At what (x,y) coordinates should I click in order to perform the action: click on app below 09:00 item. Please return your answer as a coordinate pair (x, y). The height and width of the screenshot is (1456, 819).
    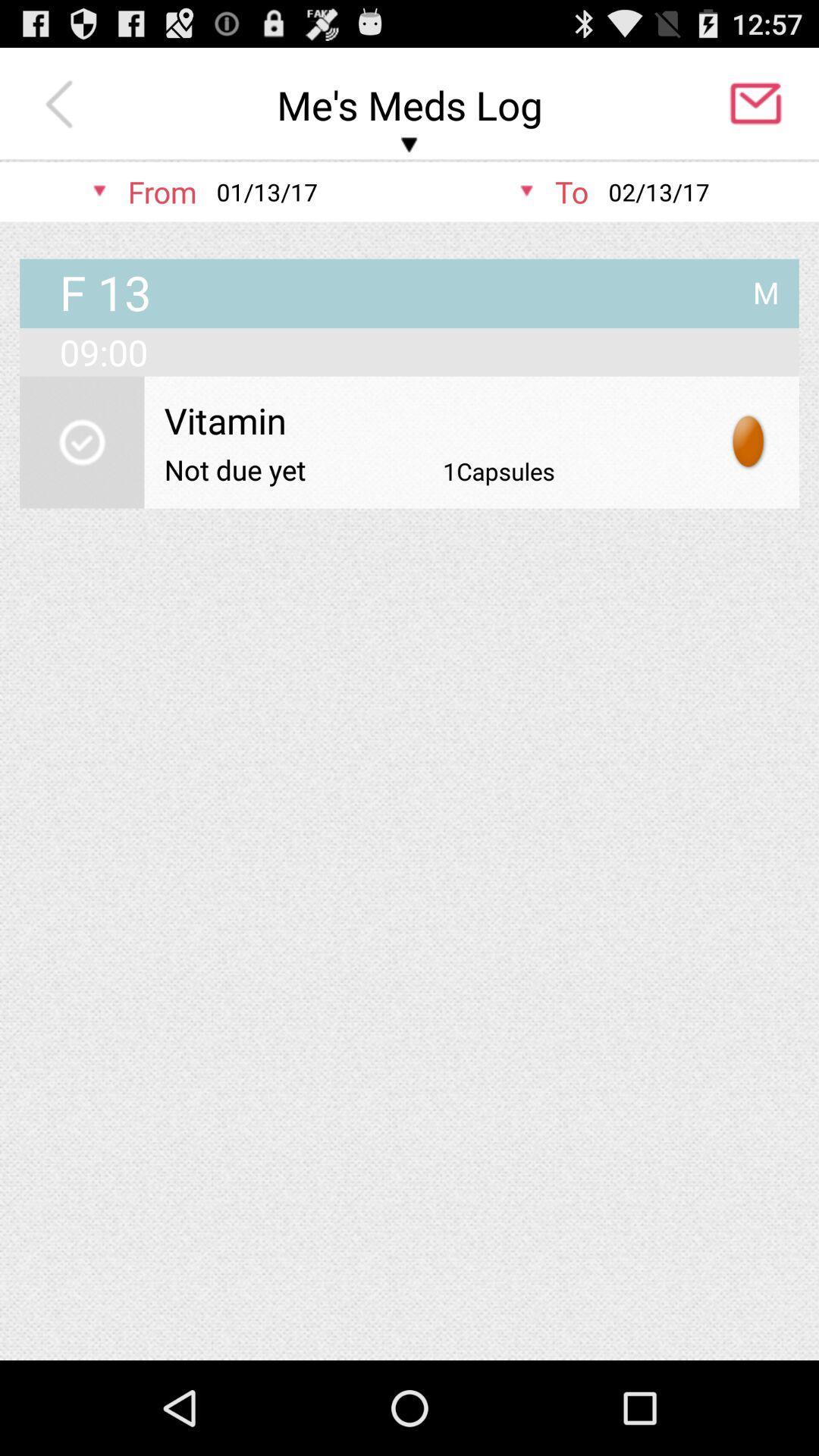
    Looking at the image, I should click on (82, 441).